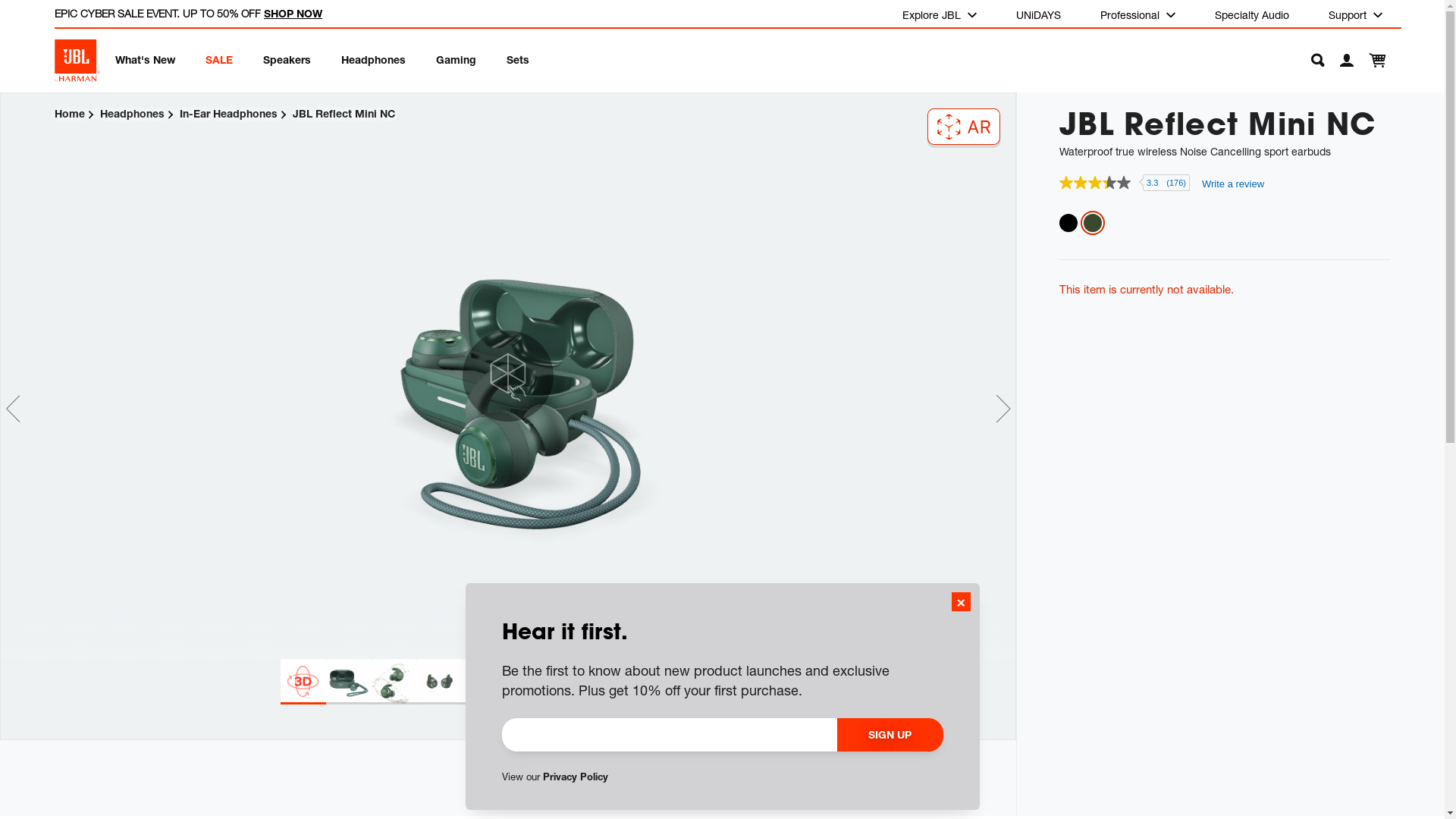 This screenshot has height=819, width=1456. What do you see at coordinates (99, 113) in the screenshot?
I see `'Headphones'` at bounding box center [99, 113].